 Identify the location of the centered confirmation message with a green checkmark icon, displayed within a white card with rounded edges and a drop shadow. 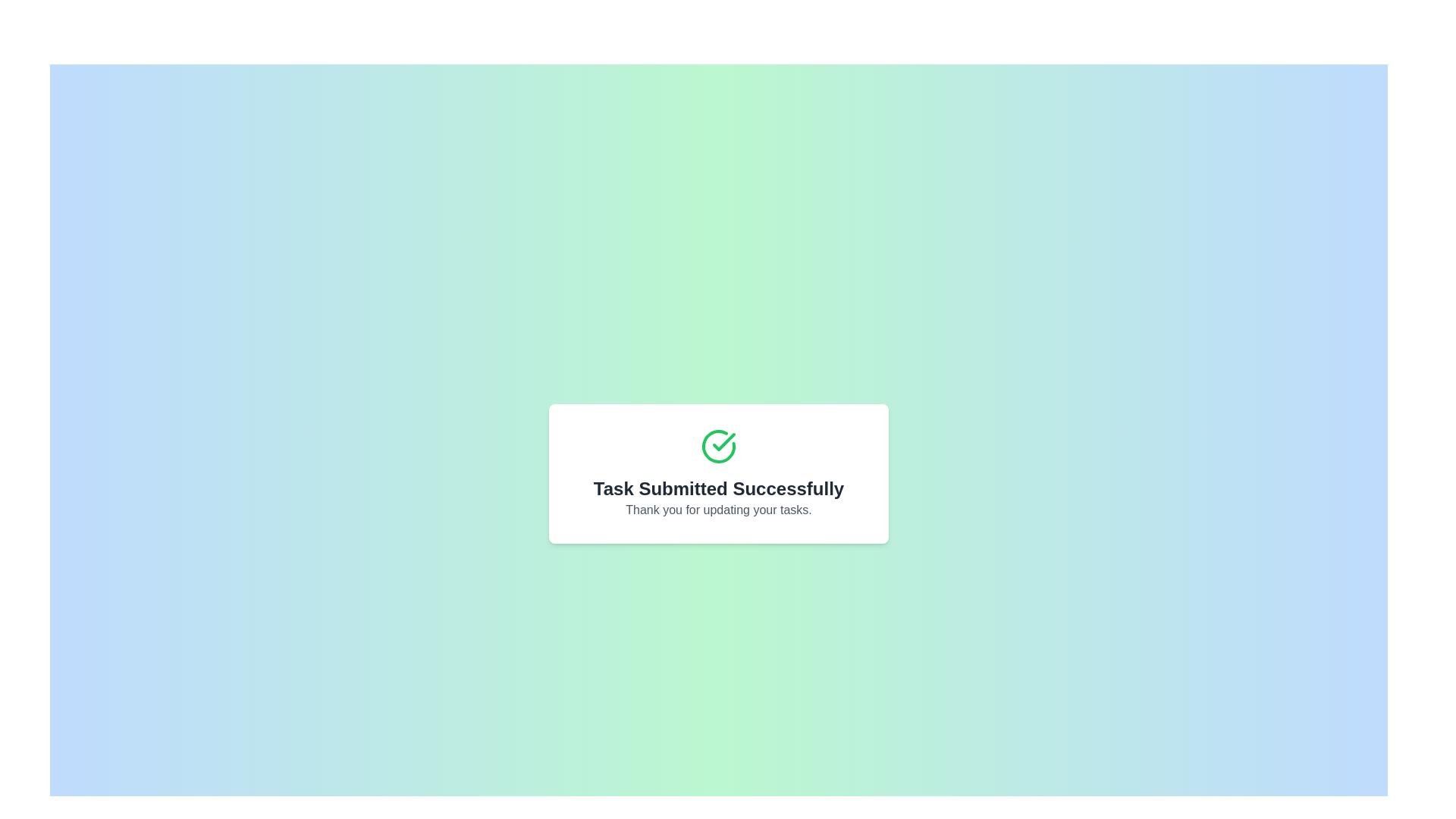
(718, 472).